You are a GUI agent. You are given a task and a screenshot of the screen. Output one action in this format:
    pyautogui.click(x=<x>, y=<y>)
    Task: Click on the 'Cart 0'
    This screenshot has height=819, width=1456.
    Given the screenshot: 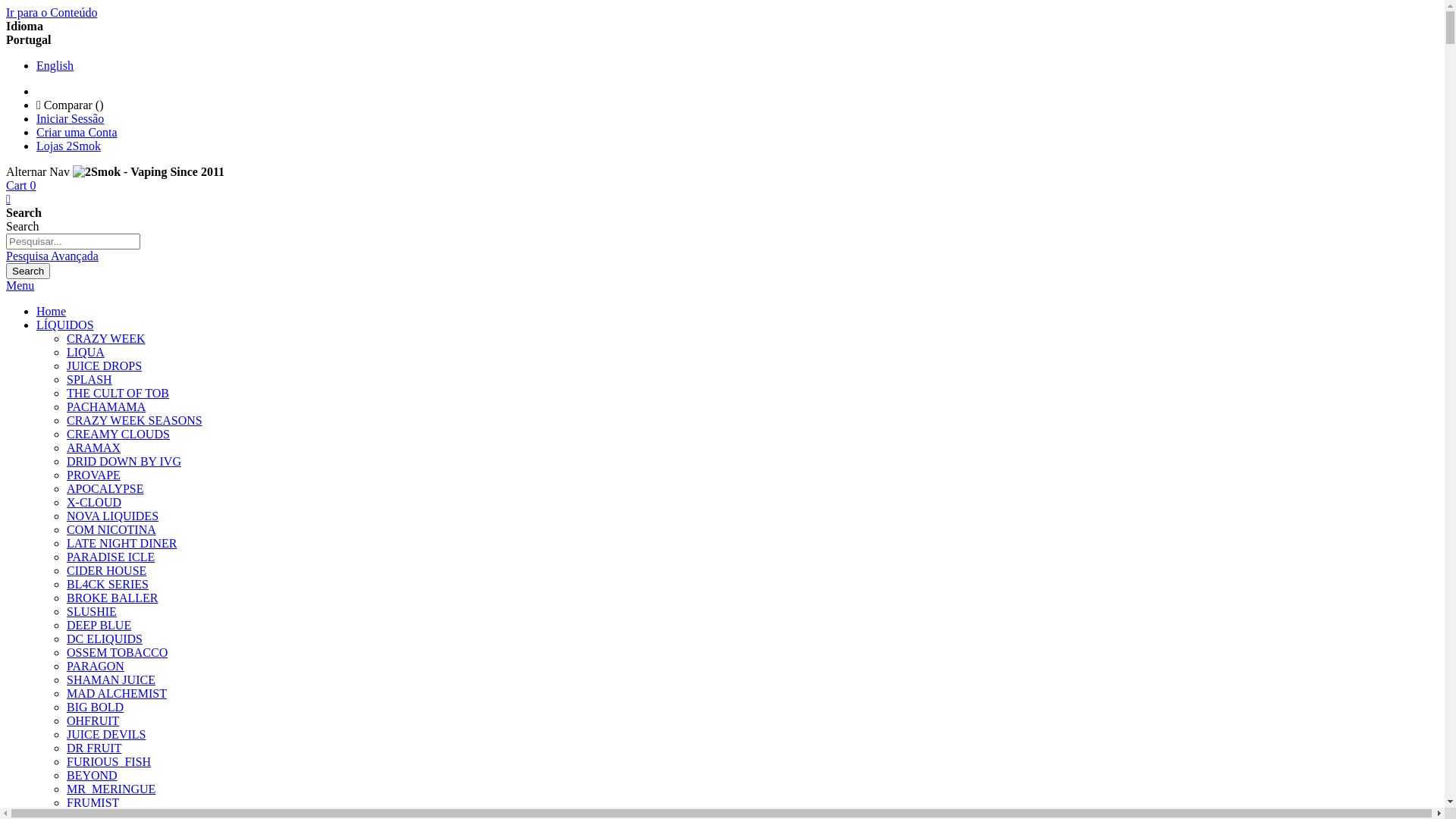 What is the action you would take?
    pyautogui.click(x=21, y=184)
    